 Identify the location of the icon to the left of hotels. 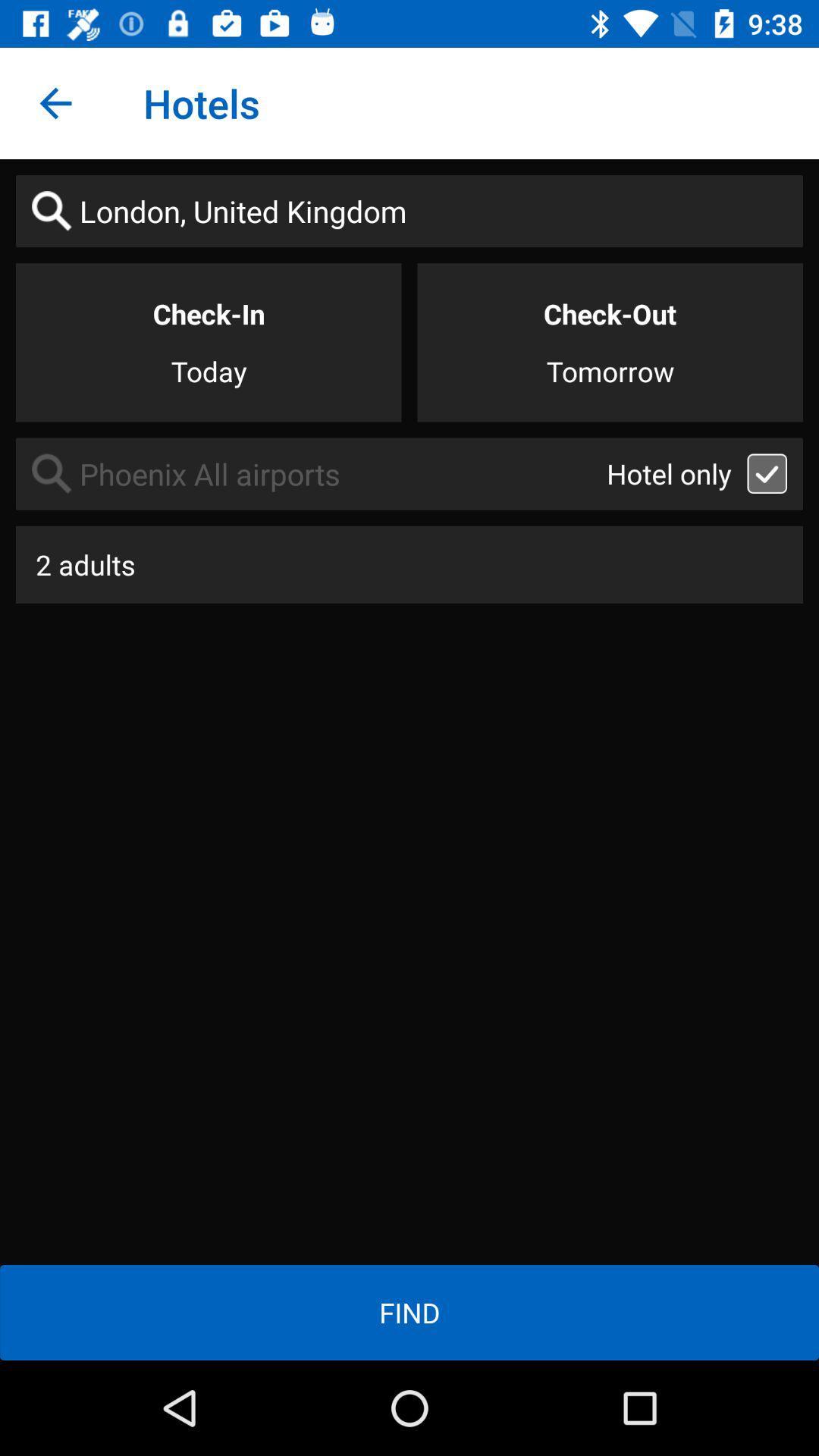
(55, 102).